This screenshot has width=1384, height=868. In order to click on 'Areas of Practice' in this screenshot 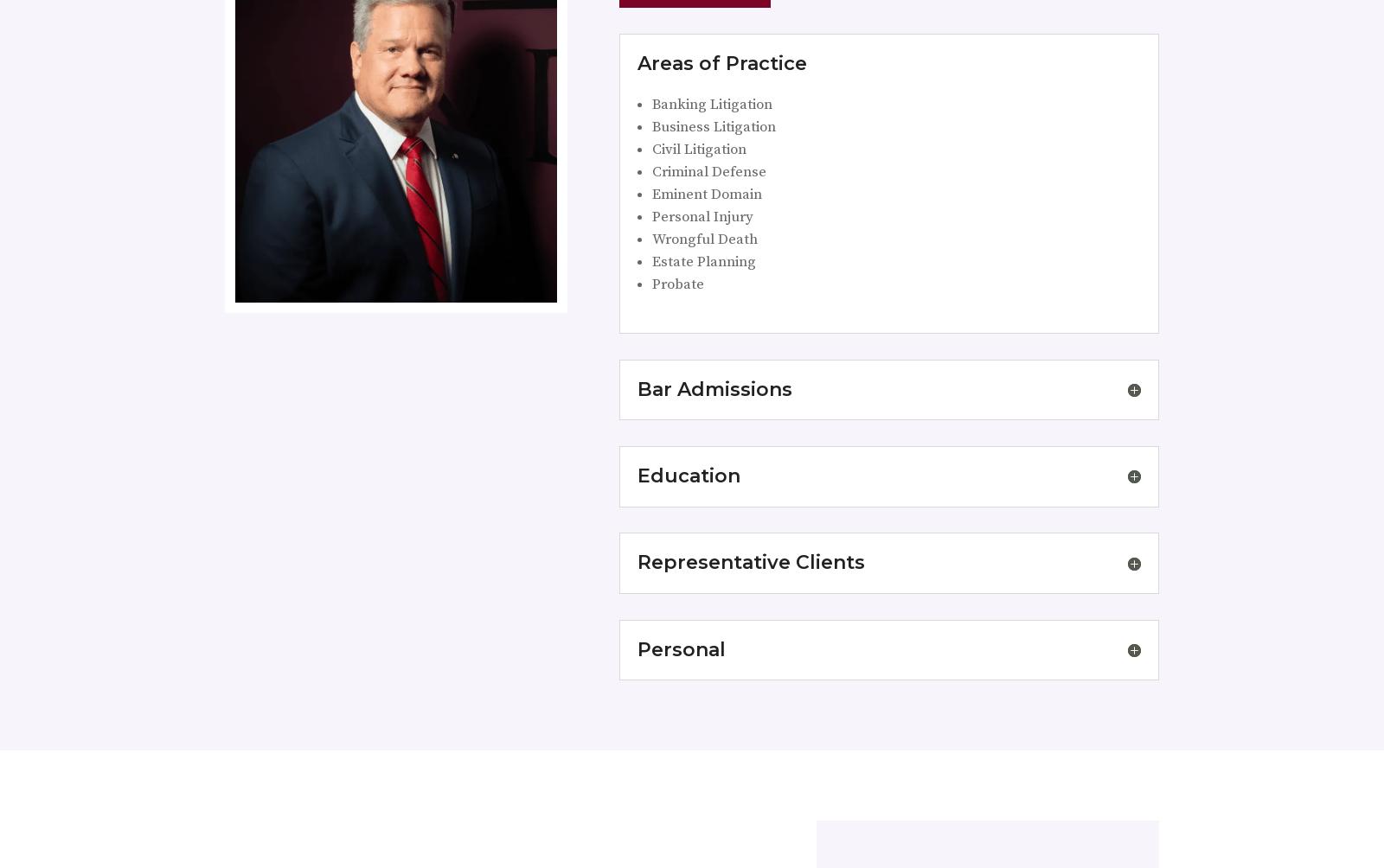, I will do `click(720, 62)`.